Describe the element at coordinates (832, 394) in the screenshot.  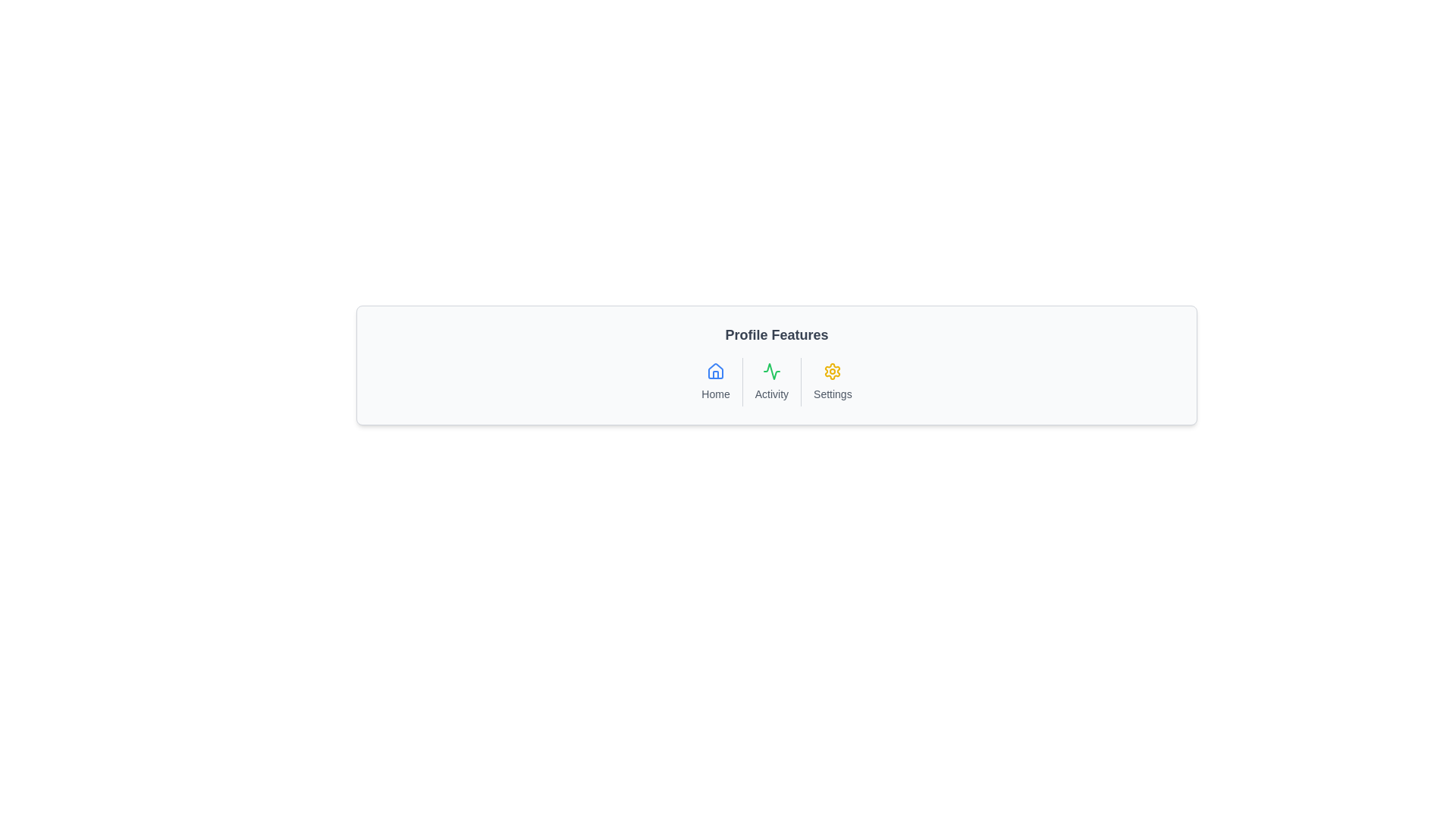
I see `the 'Settings' text label, which is styled with a small font size and gray color, located below a yellow gear icon in the lower part of the interface` at that location.